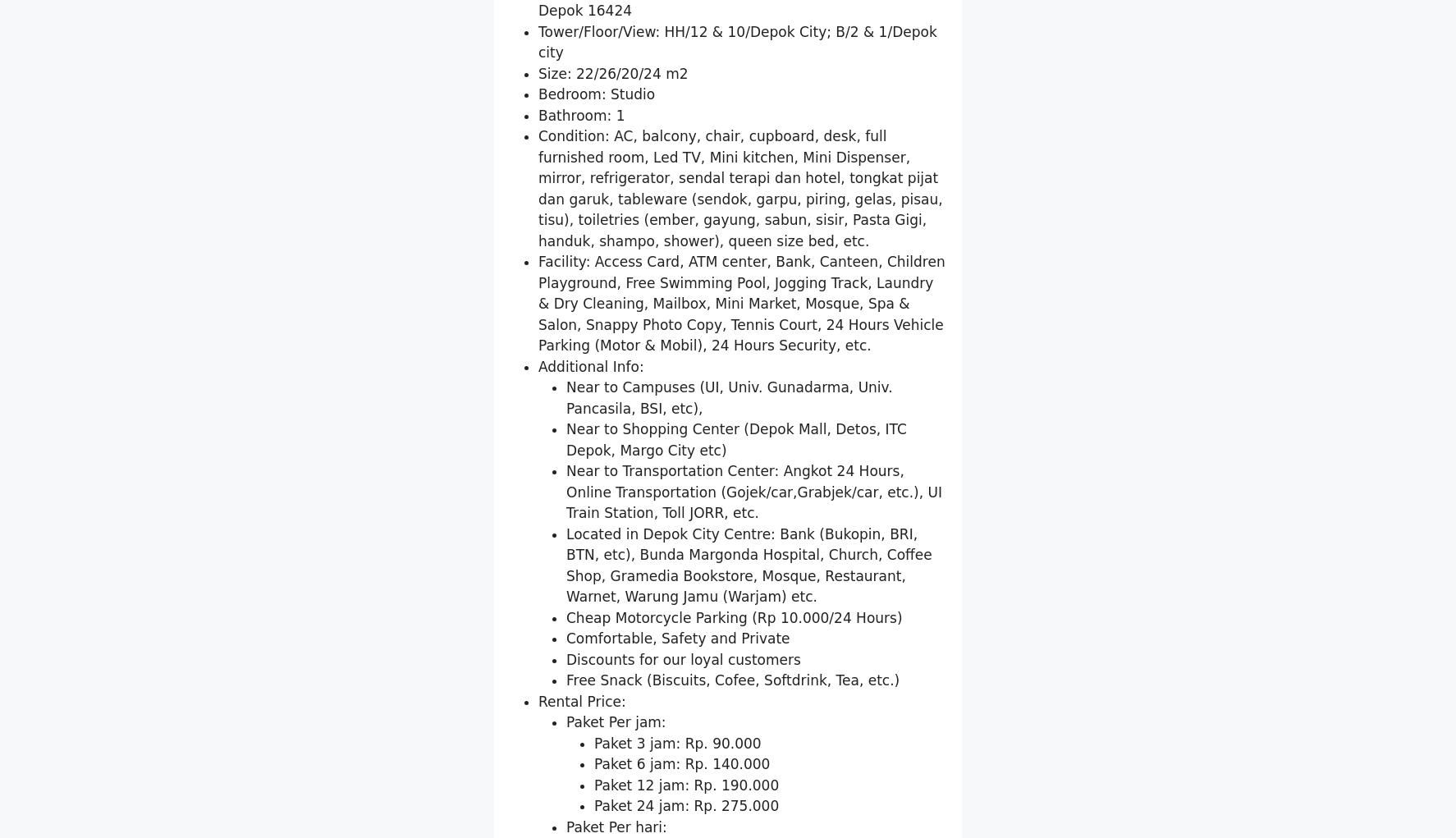 The height and width of the screenshot is (838, 1456). What do you see at coordinates (753, 683) in the screenshot?
I see `'Near to Transportation Center: Angkot 24 Hours, Online Transportation (Gojek/car,Grabjek/car, etc.), UI Train Station, Toll JORR, etc.'` at bounding box center [753, 683].